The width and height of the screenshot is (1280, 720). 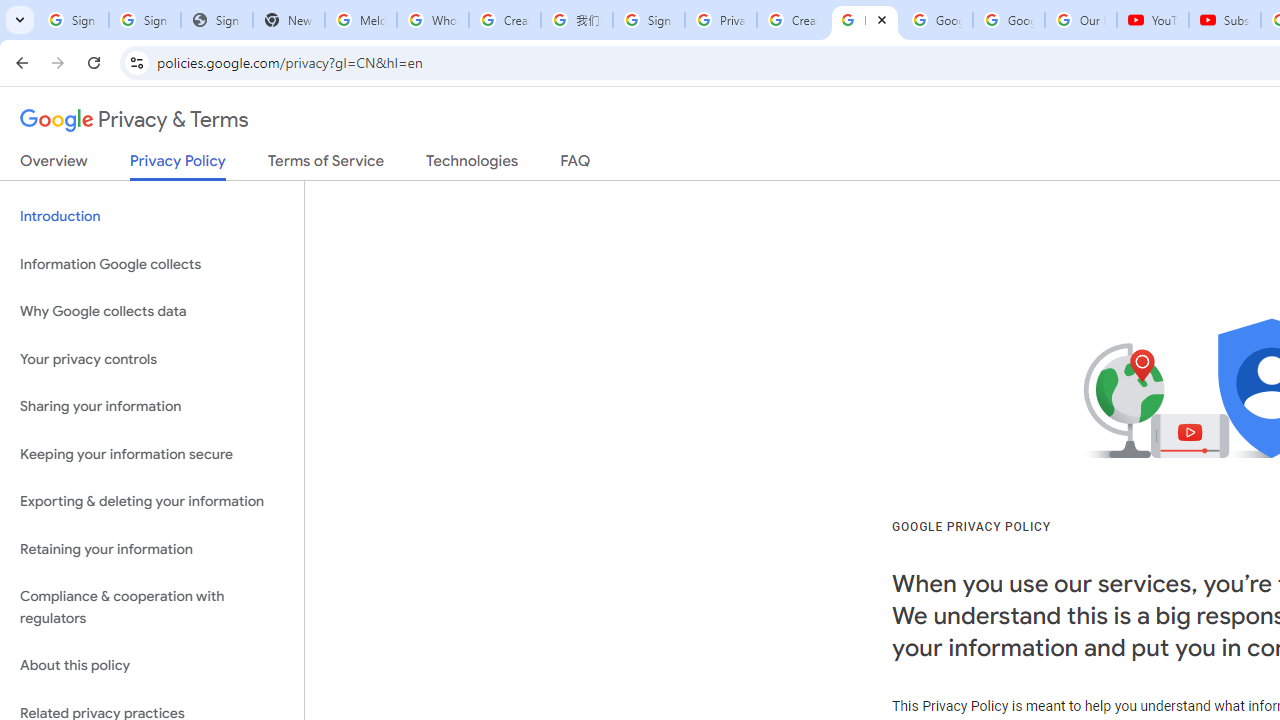 I want to click on 'Exporting & deleting your information', so click(x=151, y=501).